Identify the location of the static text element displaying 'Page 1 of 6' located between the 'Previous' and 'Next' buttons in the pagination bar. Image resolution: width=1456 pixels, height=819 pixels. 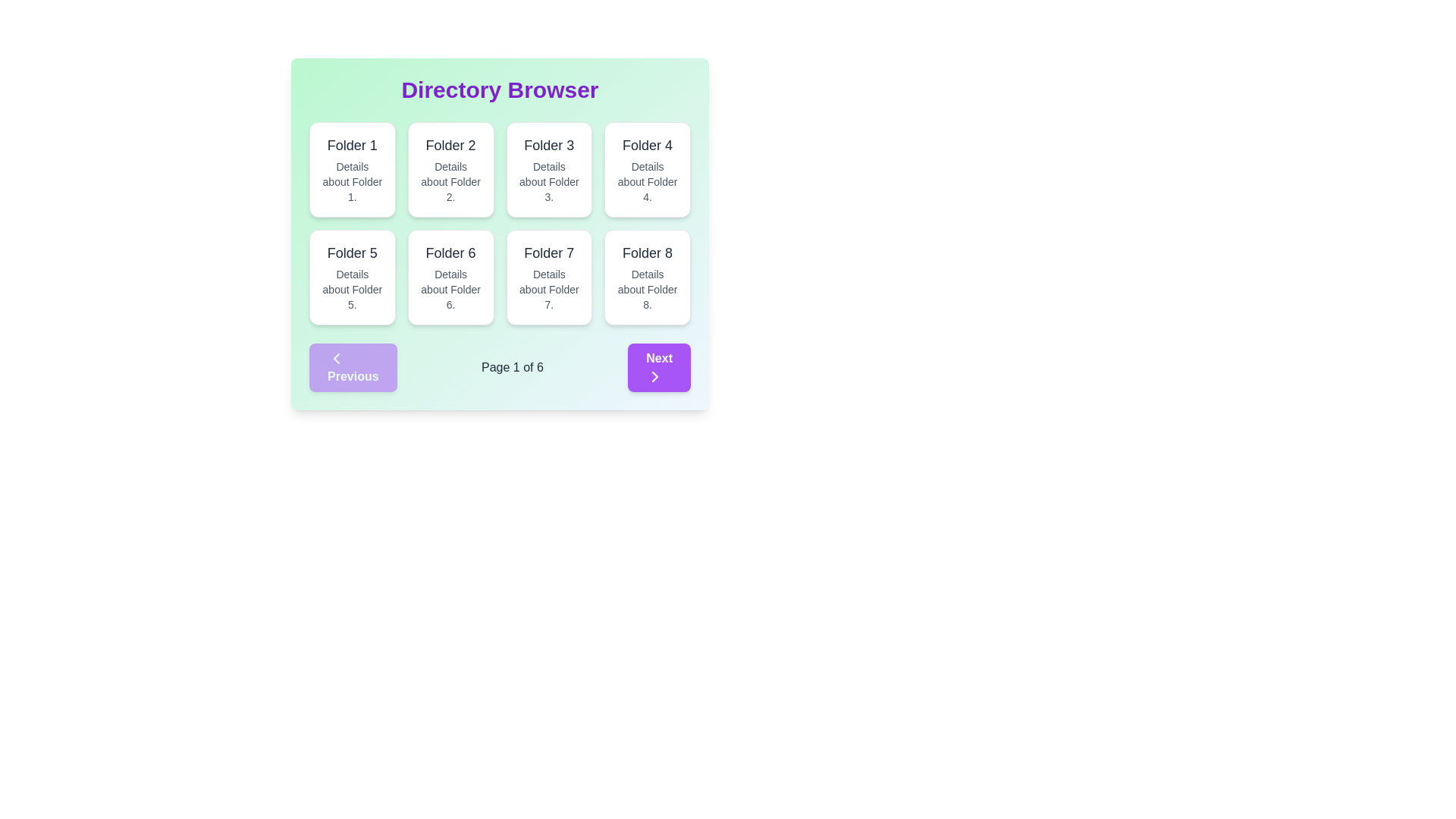
(513, 368).